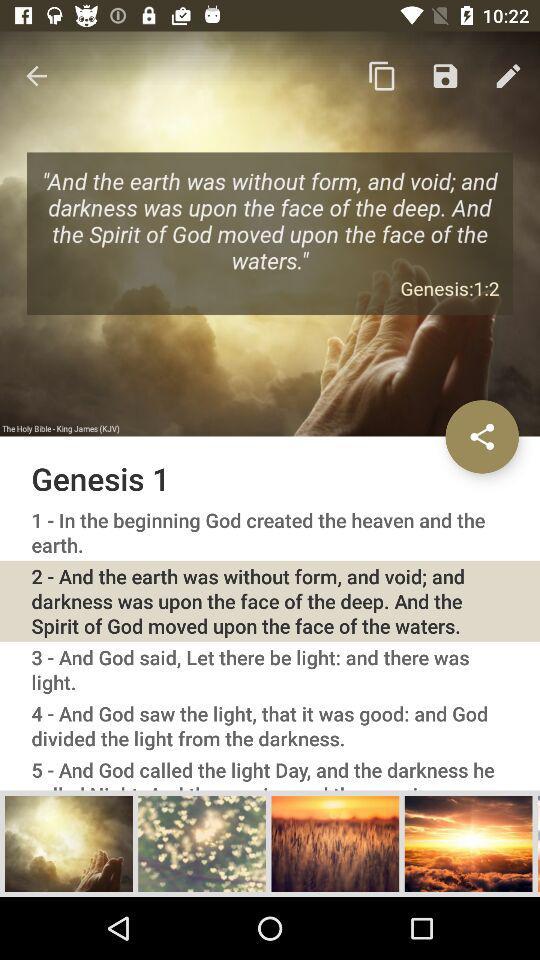 Image resolution: width=540 pixels, height=960 pixels. I want to click on background, so click(335, 842).